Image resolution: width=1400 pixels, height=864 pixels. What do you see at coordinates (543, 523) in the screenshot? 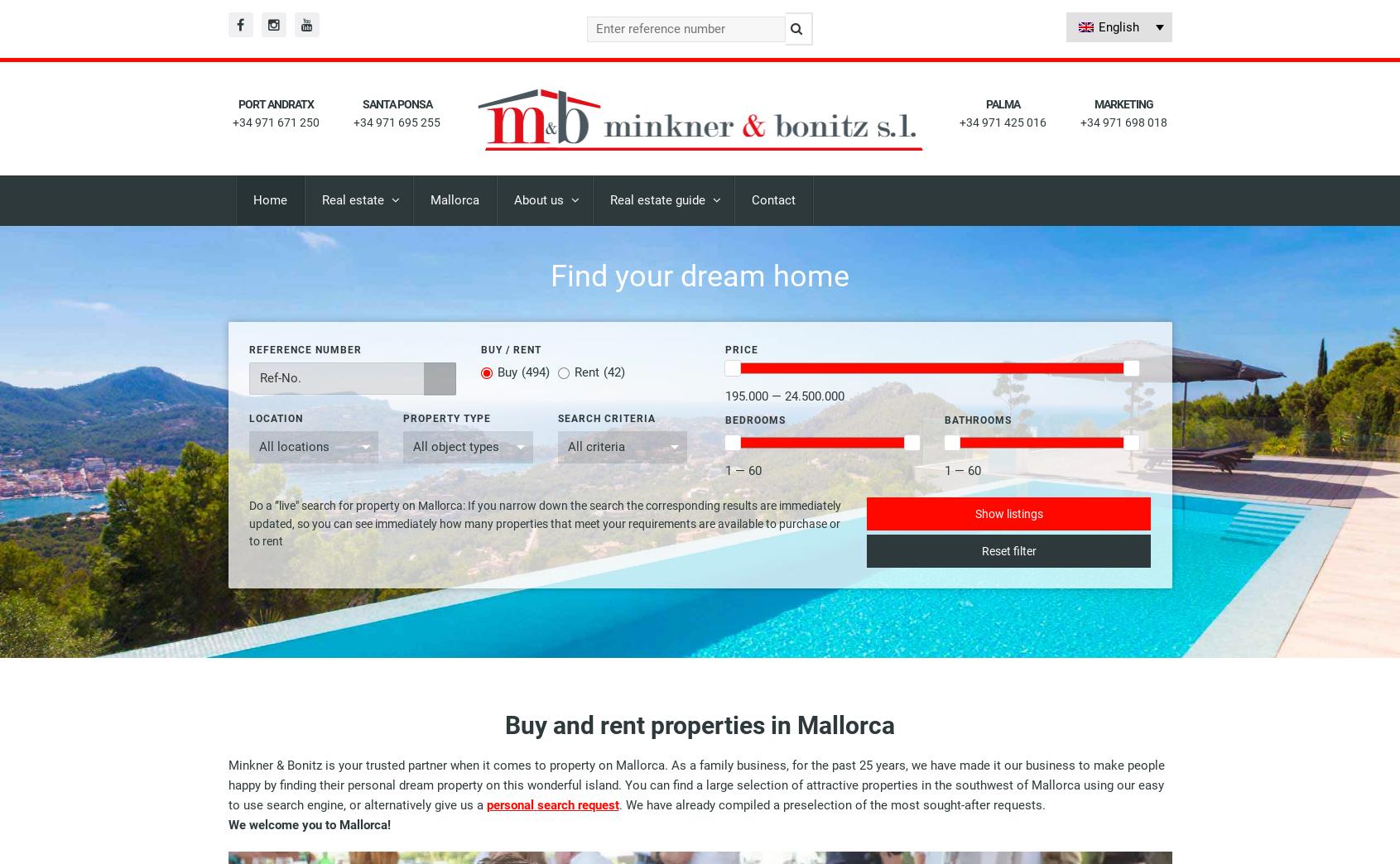
I see `'Do a ”live" search for property on Mallorca: If you narrow down the search the corresponding results are immediately updated, so you can see immediately how many properties that meet your requirements are available to purchase or to rent'` at bounding box center [543, 523].